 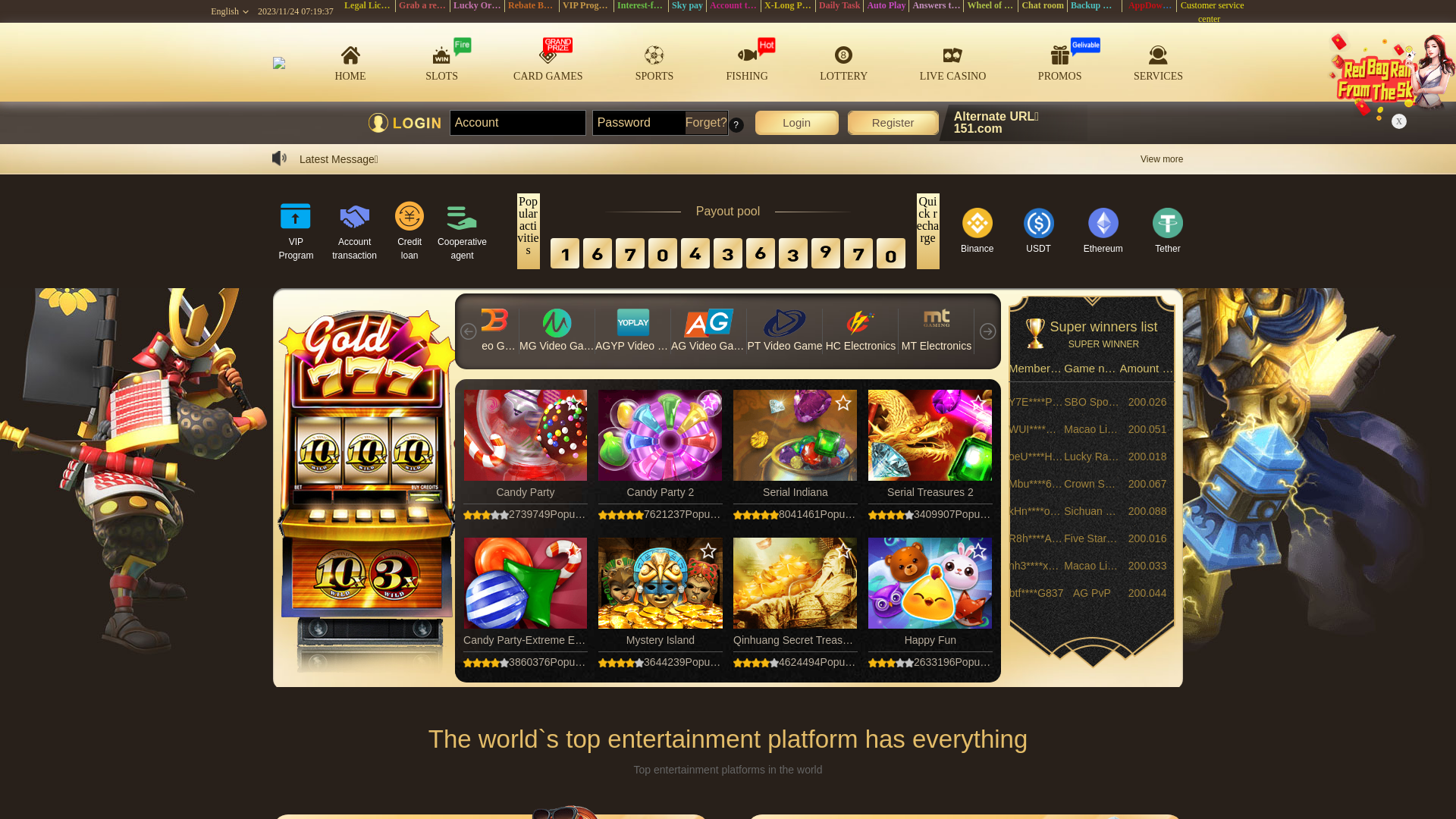 I want to click on 'CARD GAMES', so click(x=547, y=61).